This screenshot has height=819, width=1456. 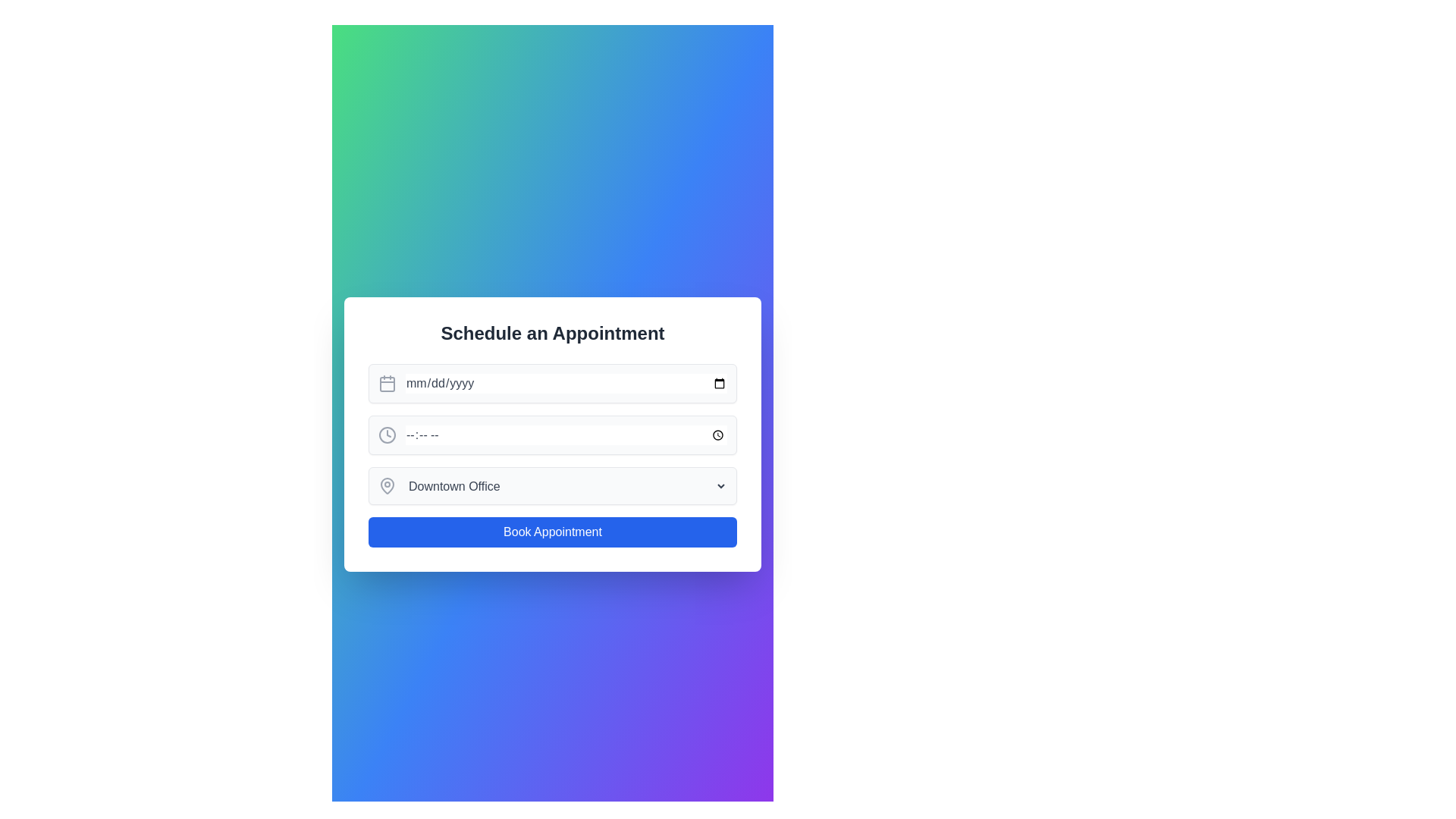 I want to click on the date input icon located to the left of the date input field, so click(x=387, y=382).